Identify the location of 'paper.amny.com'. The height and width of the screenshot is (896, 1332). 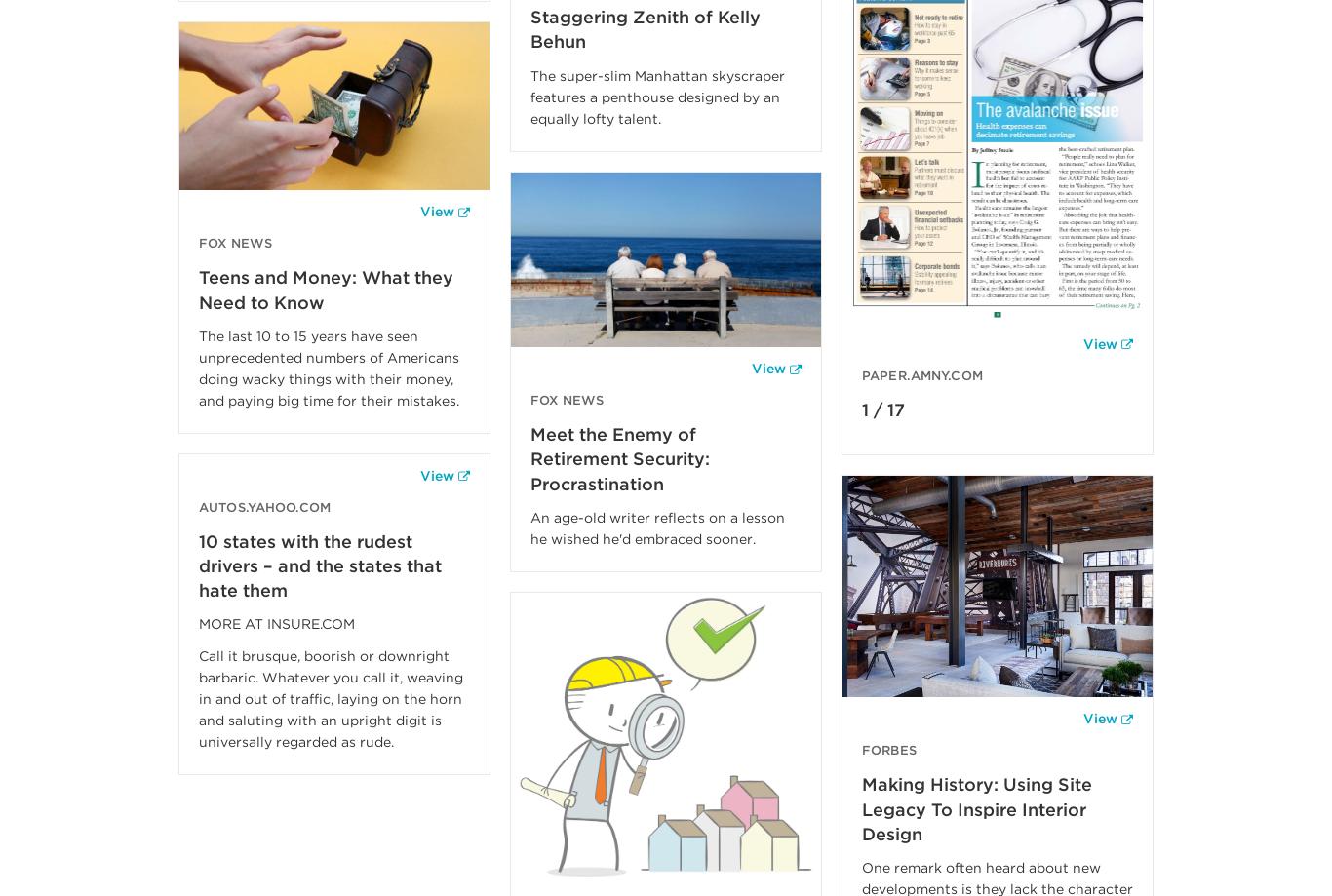
(860, 374).